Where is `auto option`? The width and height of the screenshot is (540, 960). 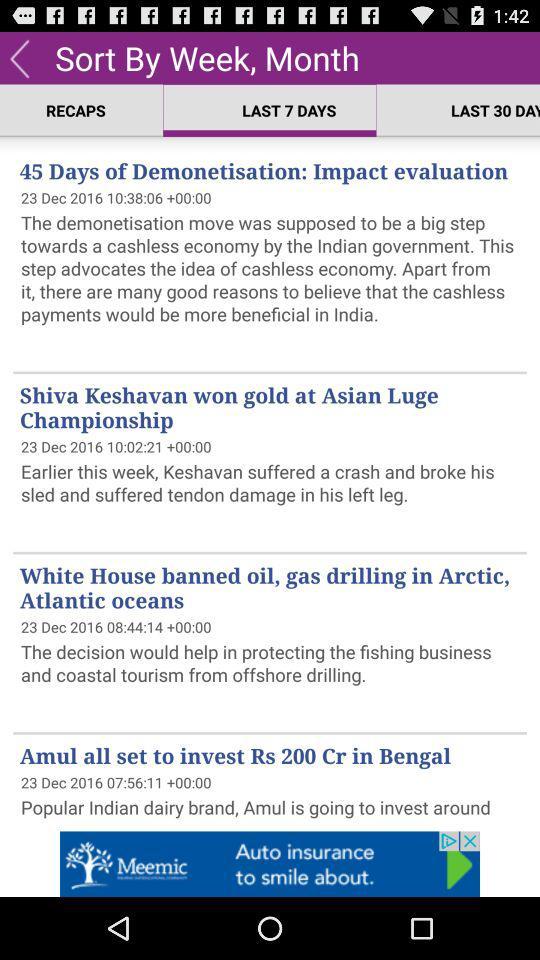
auto option is located at coordinates (270, 863).